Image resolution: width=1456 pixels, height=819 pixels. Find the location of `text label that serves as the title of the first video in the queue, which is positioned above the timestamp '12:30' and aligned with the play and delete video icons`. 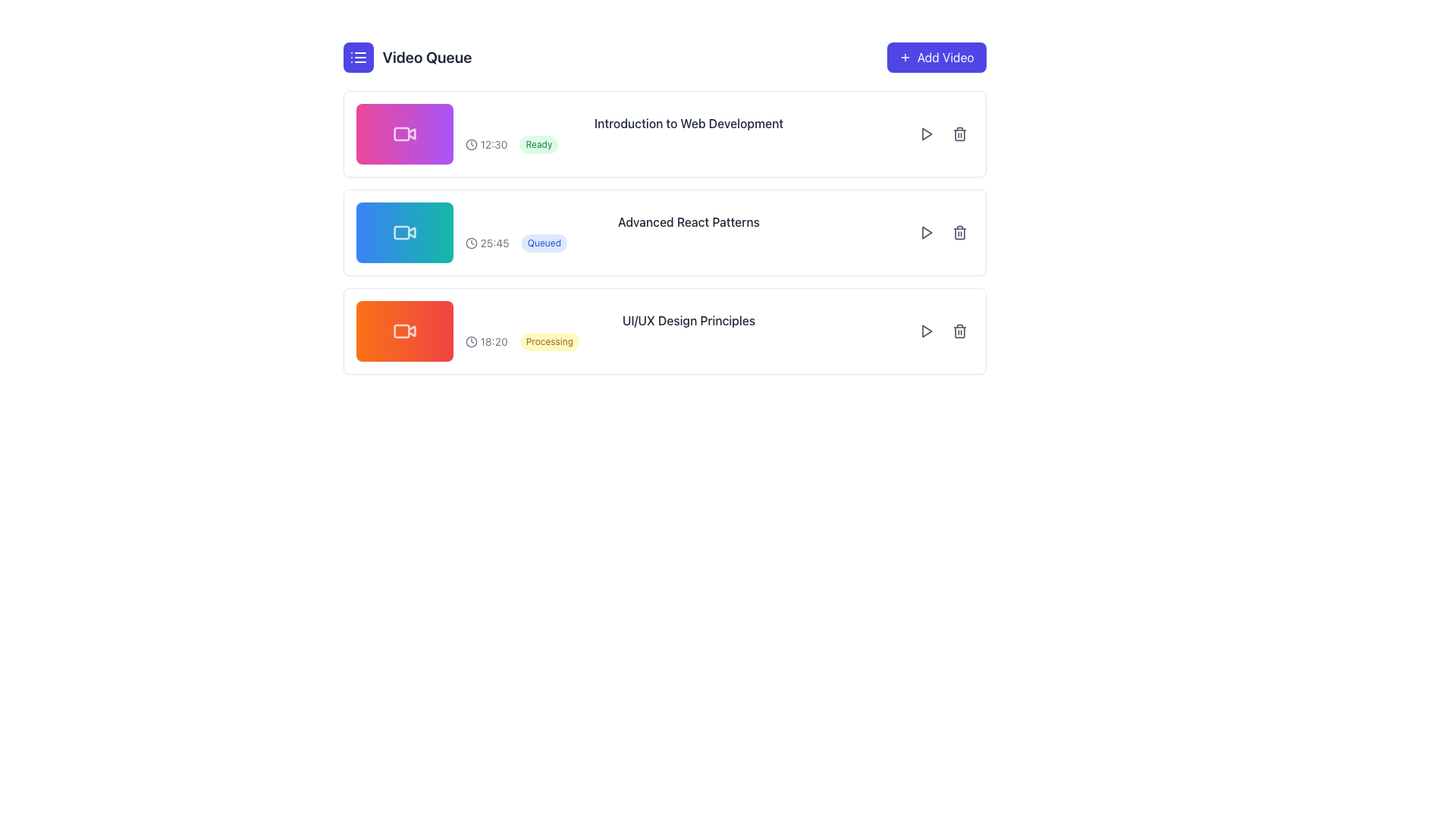

text label that serves as the title of the first video in the queue, which is positioned above the timestamp '12:30' and aligned with the play and delete video icons is located at coordinates (688, 122).